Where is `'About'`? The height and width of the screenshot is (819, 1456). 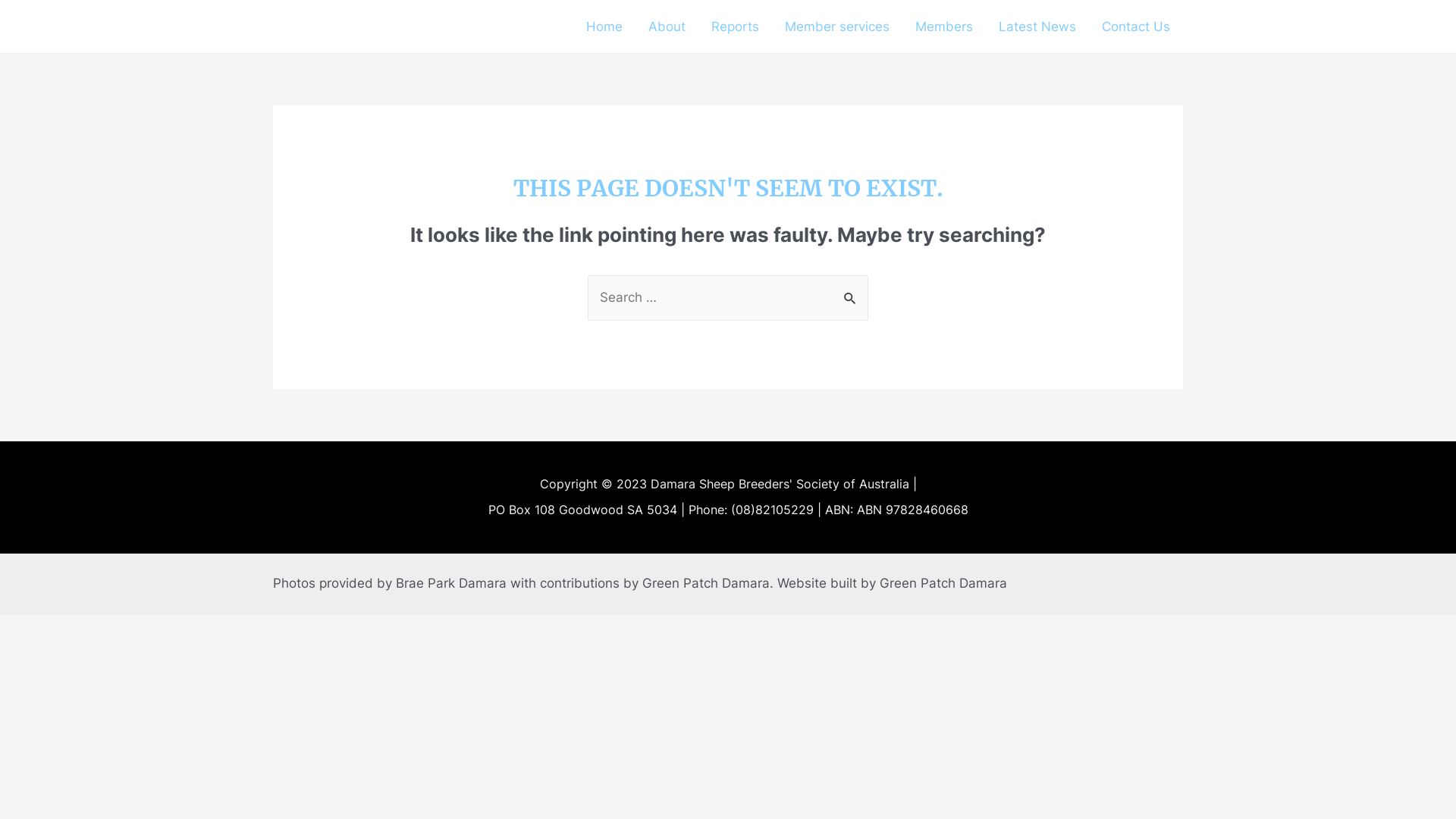
'About' is located at coordinates (667, 26).